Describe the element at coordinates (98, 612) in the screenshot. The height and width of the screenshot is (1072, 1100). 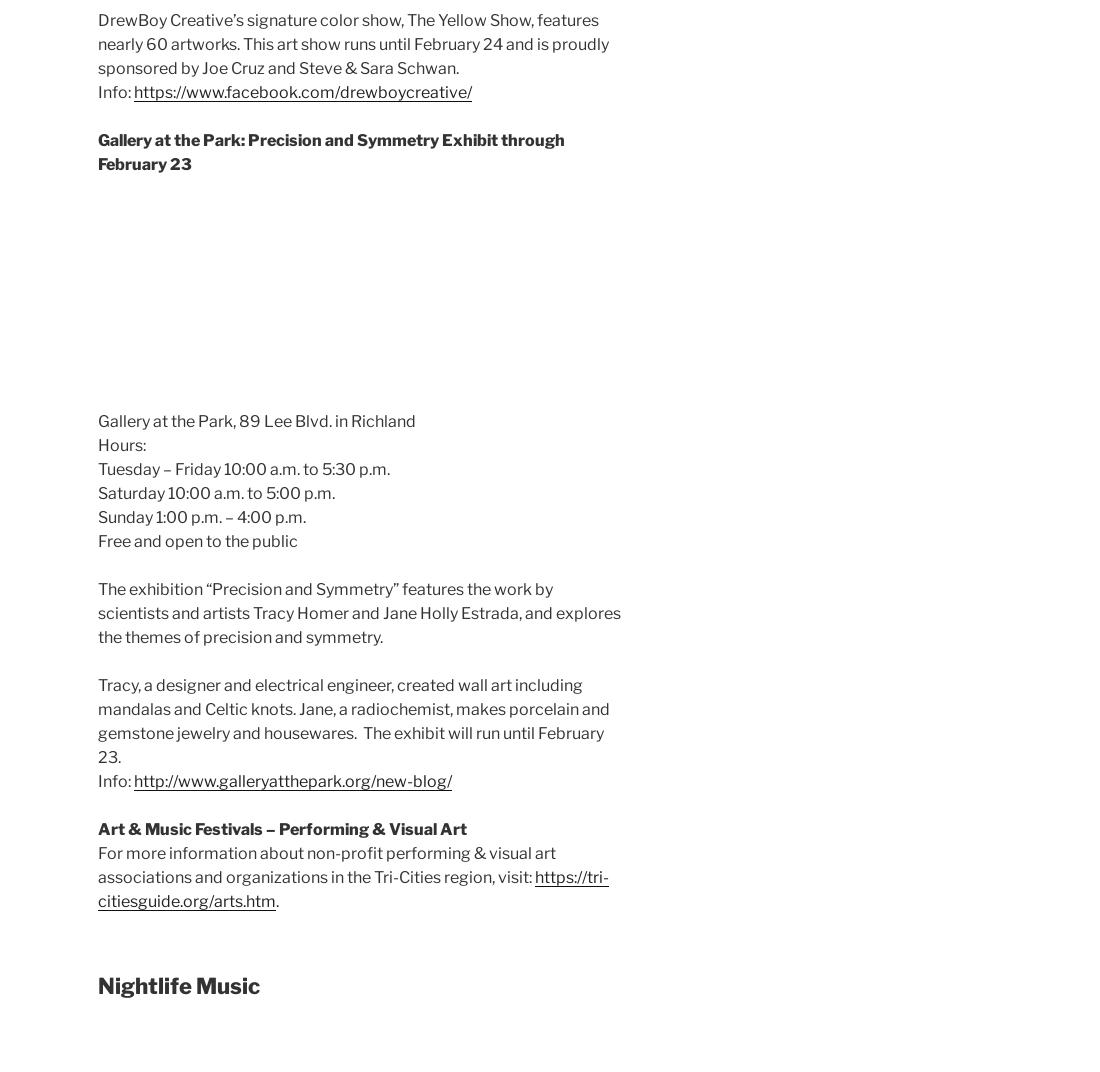
I see `'The exhibition “Precision and Symmetry” features the work by scientists and artists Tracy Homer and Jane Holly Estrada, and explores the themes of precision and symmetry.'` at that location.